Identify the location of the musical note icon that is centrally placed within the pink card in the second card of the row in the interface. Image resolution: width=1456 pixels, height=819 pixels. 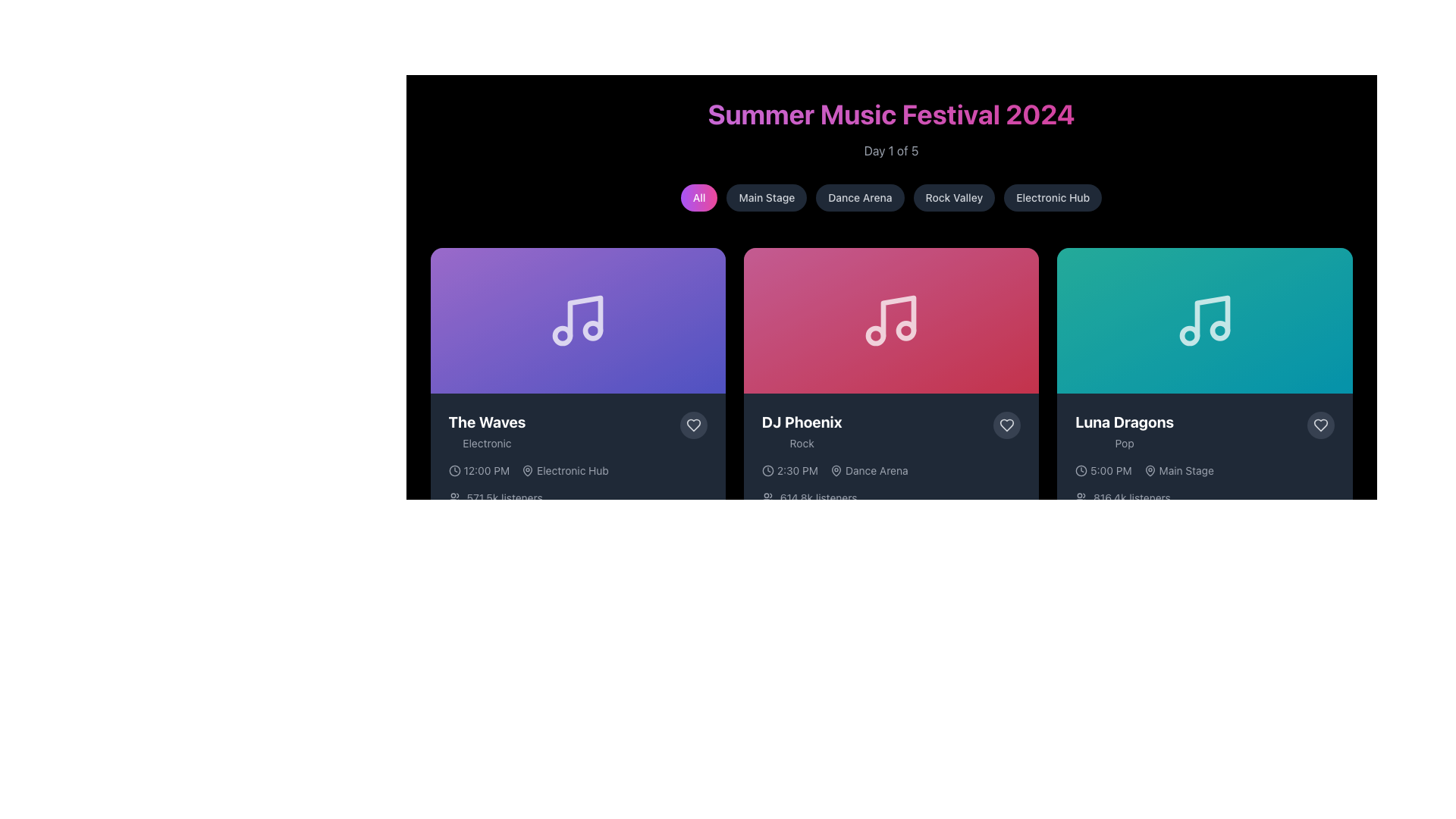
(899, 315).